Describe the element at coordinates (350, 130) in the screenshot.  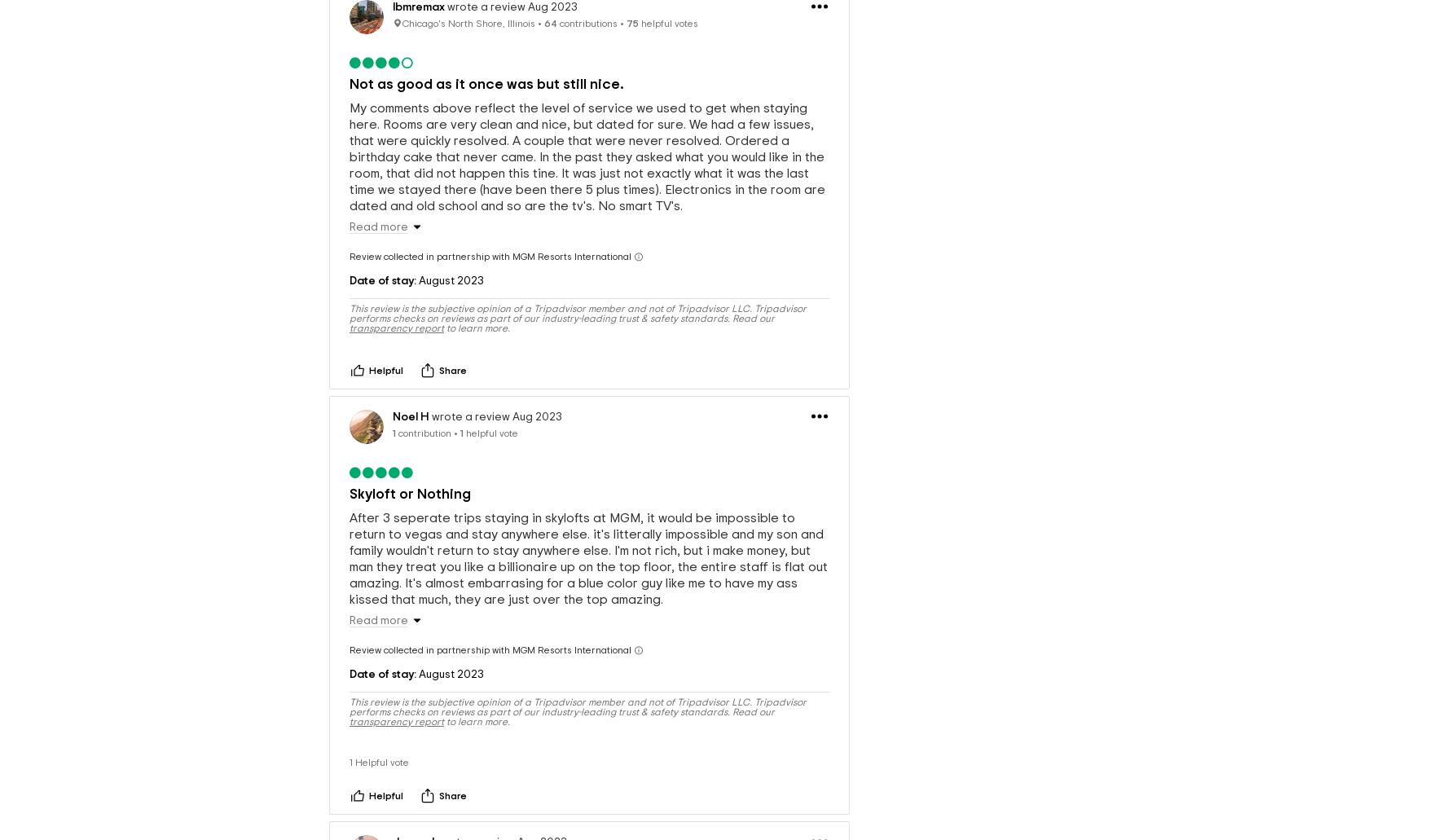
I see `'My comments above reflect the level of service we used to get when staying here. Rooms are very clean and nice, but dated for sure. We had a few issues, that were quickly resolved. A couple that were never resolved. Ordered a birthday cake that never came. In the past they asked what you would like in the room, that did not happen this tine. It was just not exactly what it was the last time we stayed there (have been there 5 plus times). Electronics in the room are dated and old school and so are the tv's. No smart TV's.'` at that location.